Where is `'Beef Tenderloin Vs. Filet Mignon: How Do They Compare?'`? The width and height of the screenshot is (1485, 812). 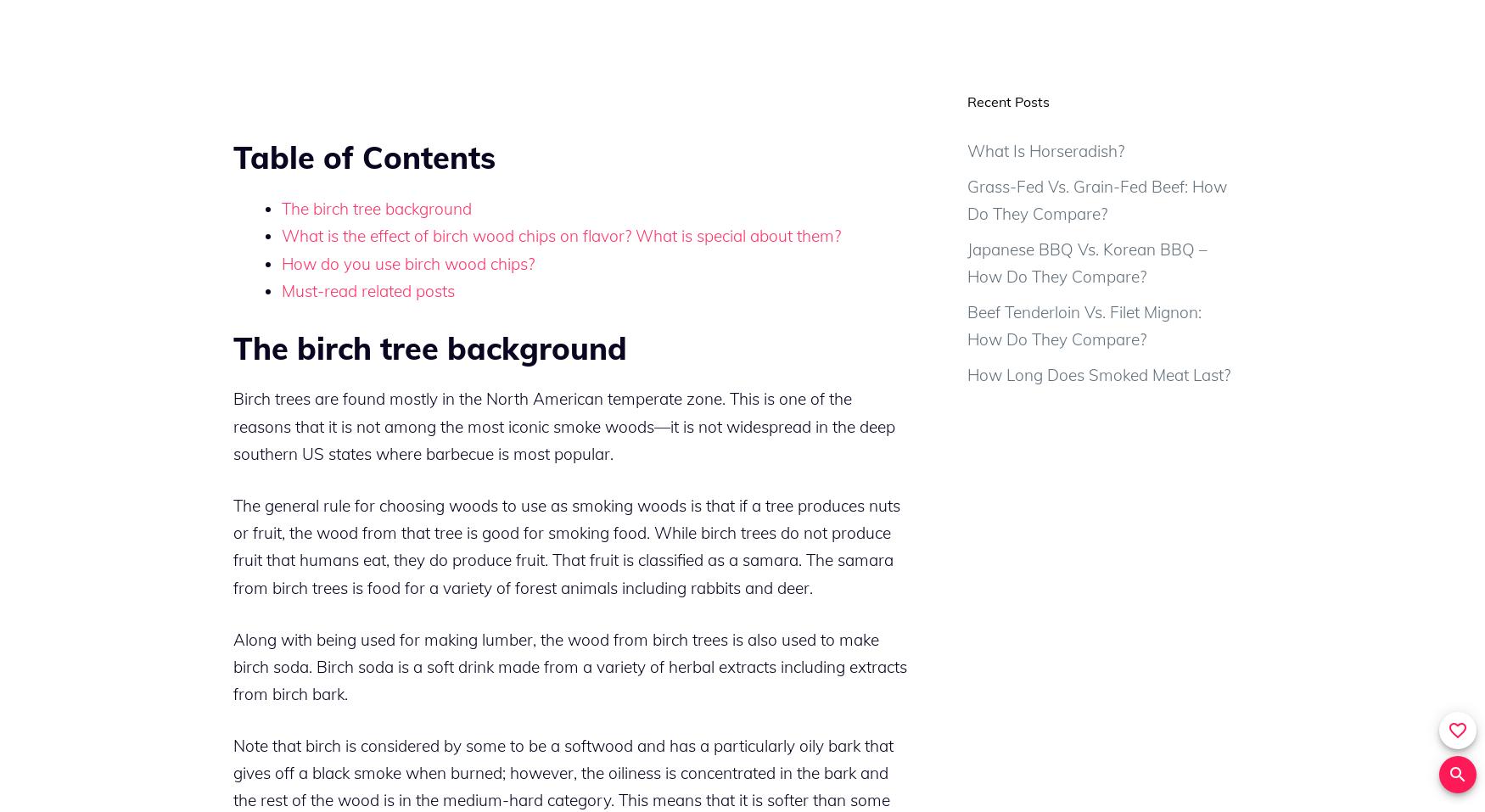
'Beef Tenderloin Vs. Filet Mignon: How Do They Compare?' is located at coordinates (1084, 325).